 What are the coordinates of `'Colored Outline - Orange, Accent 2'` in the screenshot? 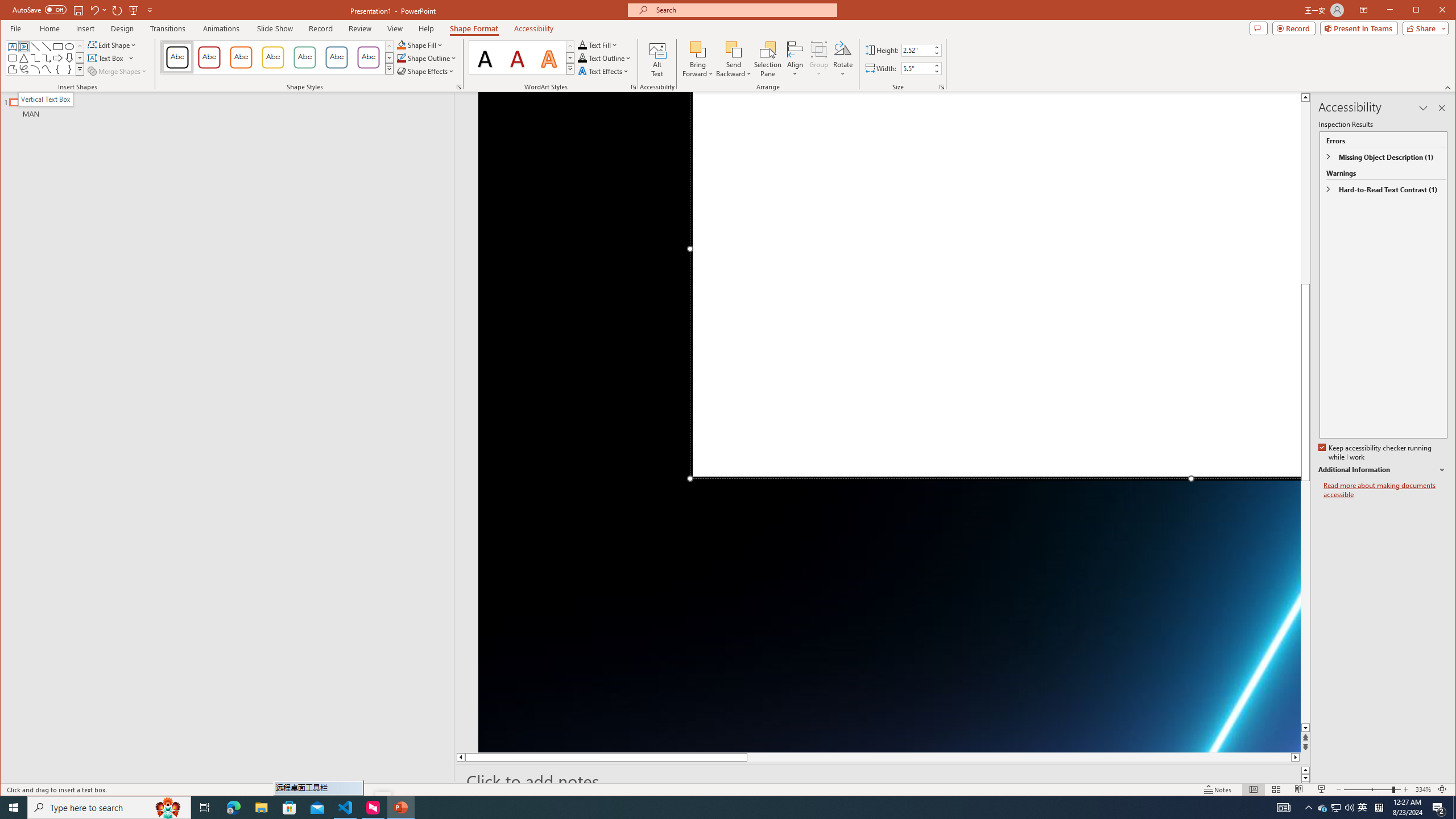 It's located at (241, 57).